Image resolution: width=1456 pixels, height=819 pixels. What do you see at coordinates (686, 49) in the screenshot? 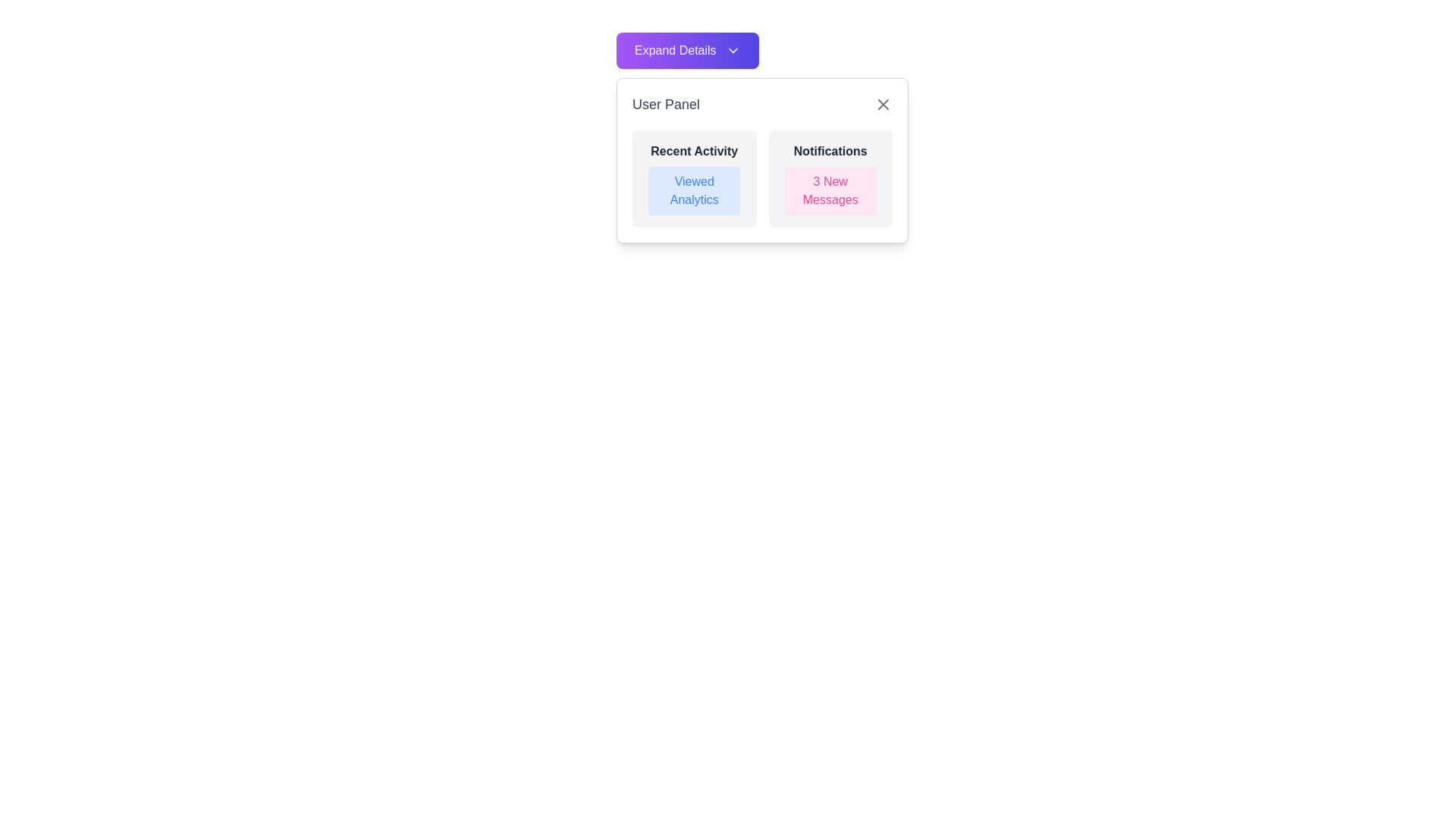
I see `the expand/collapse button located in the top-left section of the user interface to change its color` at bounding box center [686, 49].